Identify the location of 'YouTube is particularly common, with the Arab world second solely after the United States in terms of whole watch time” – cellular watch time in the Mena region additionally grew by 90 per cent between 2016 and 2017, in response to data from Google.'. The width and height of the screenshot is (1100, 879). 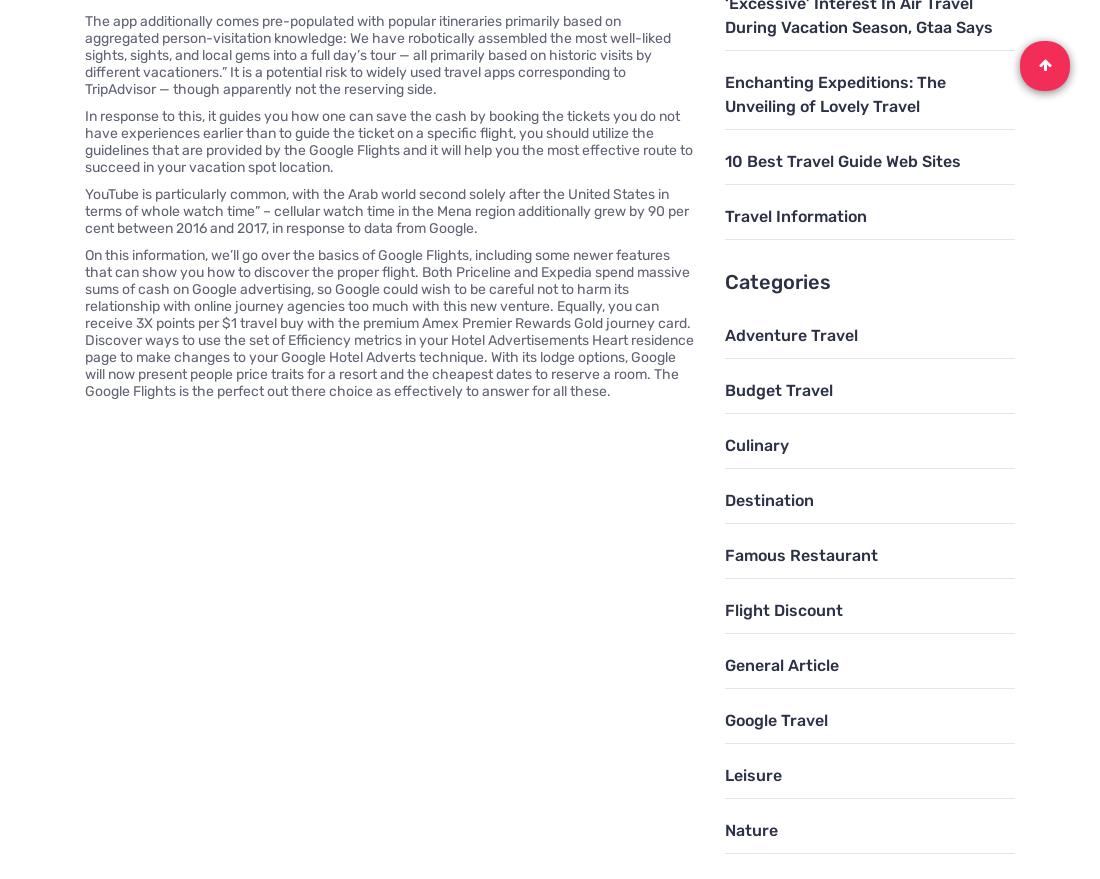
(386, 211).